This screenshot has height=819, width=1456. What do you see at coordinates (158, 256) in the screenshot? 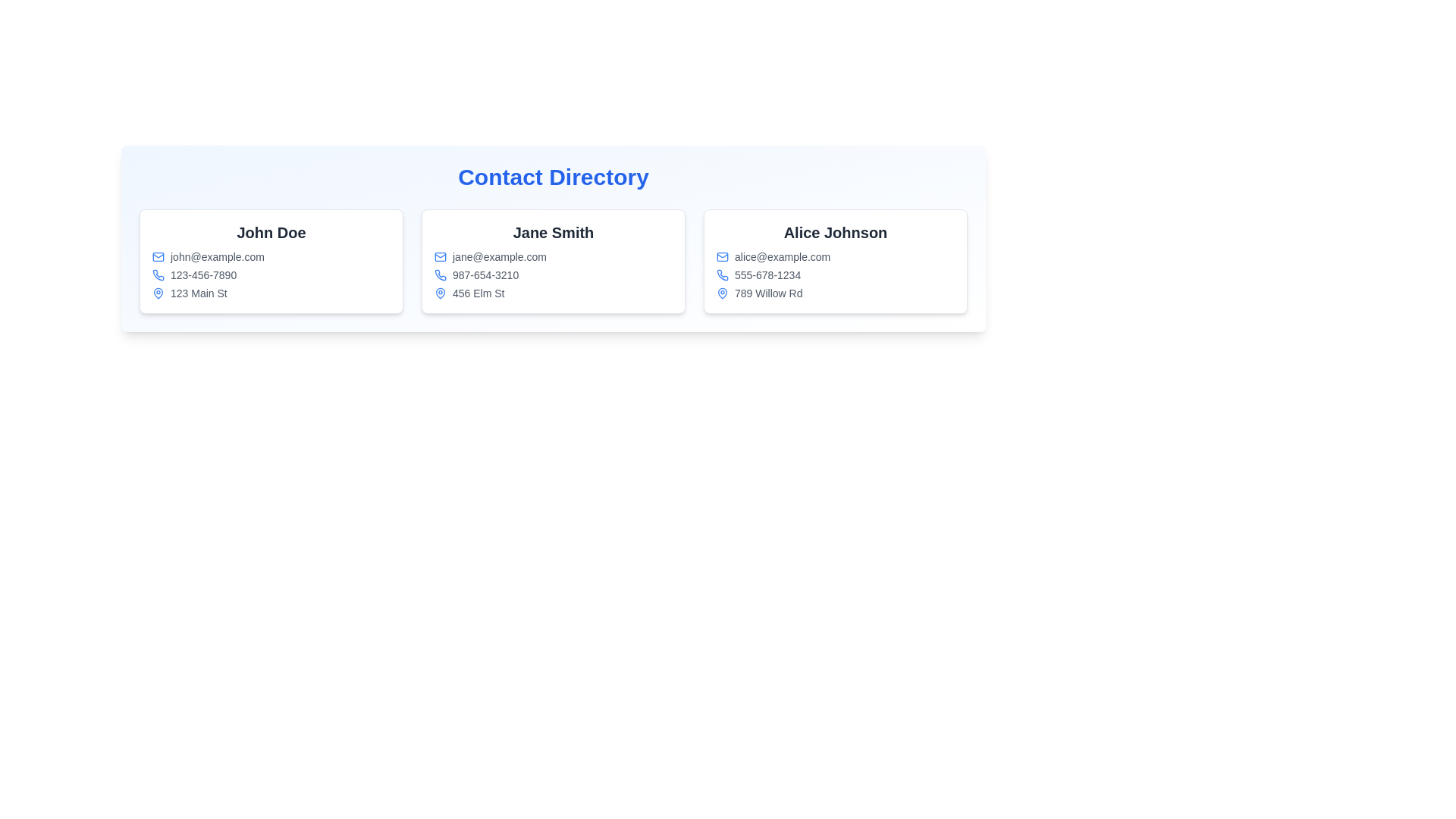
I see `the blue envelope-shaped icon representing email communication, which is located next to the text 'john@example.com' in the 'Contact Directory' section` at bounding box center [158, 256].